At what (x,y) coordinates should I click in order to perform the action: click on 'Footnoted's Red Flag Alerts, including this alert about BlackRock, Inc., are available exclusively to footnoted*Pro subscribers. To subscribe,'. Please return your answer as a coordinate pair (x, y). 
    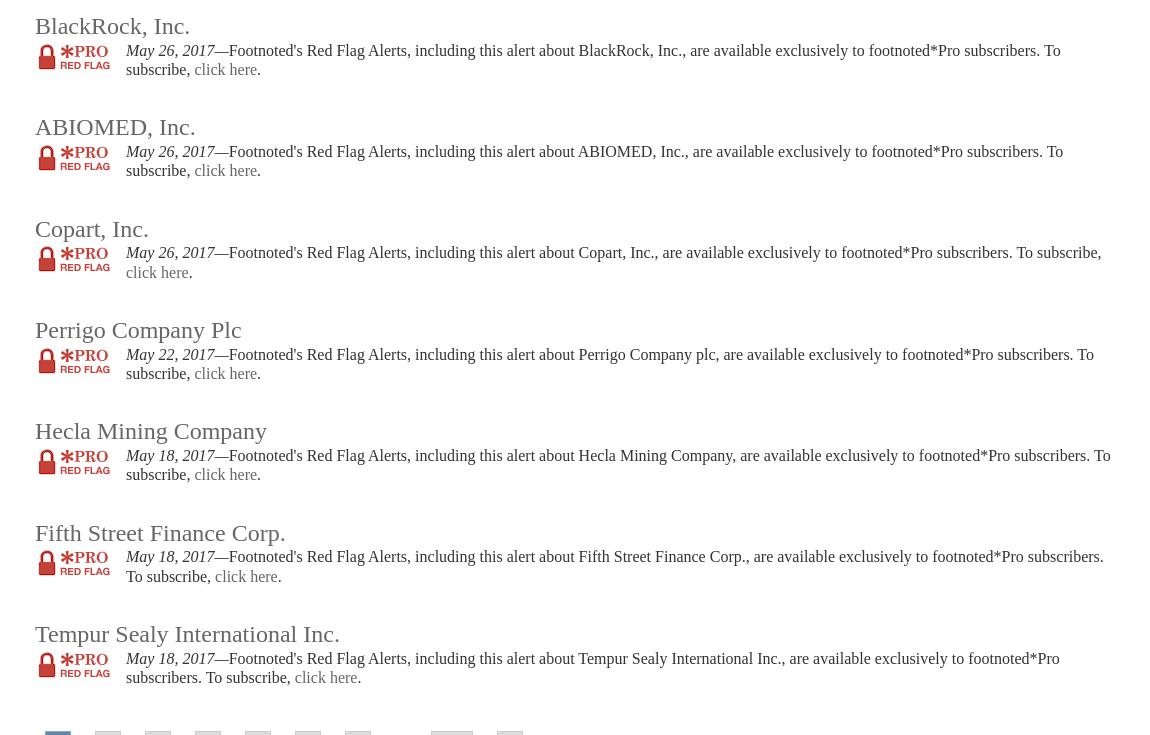
    Looking at the image, I should click on (125, 59).